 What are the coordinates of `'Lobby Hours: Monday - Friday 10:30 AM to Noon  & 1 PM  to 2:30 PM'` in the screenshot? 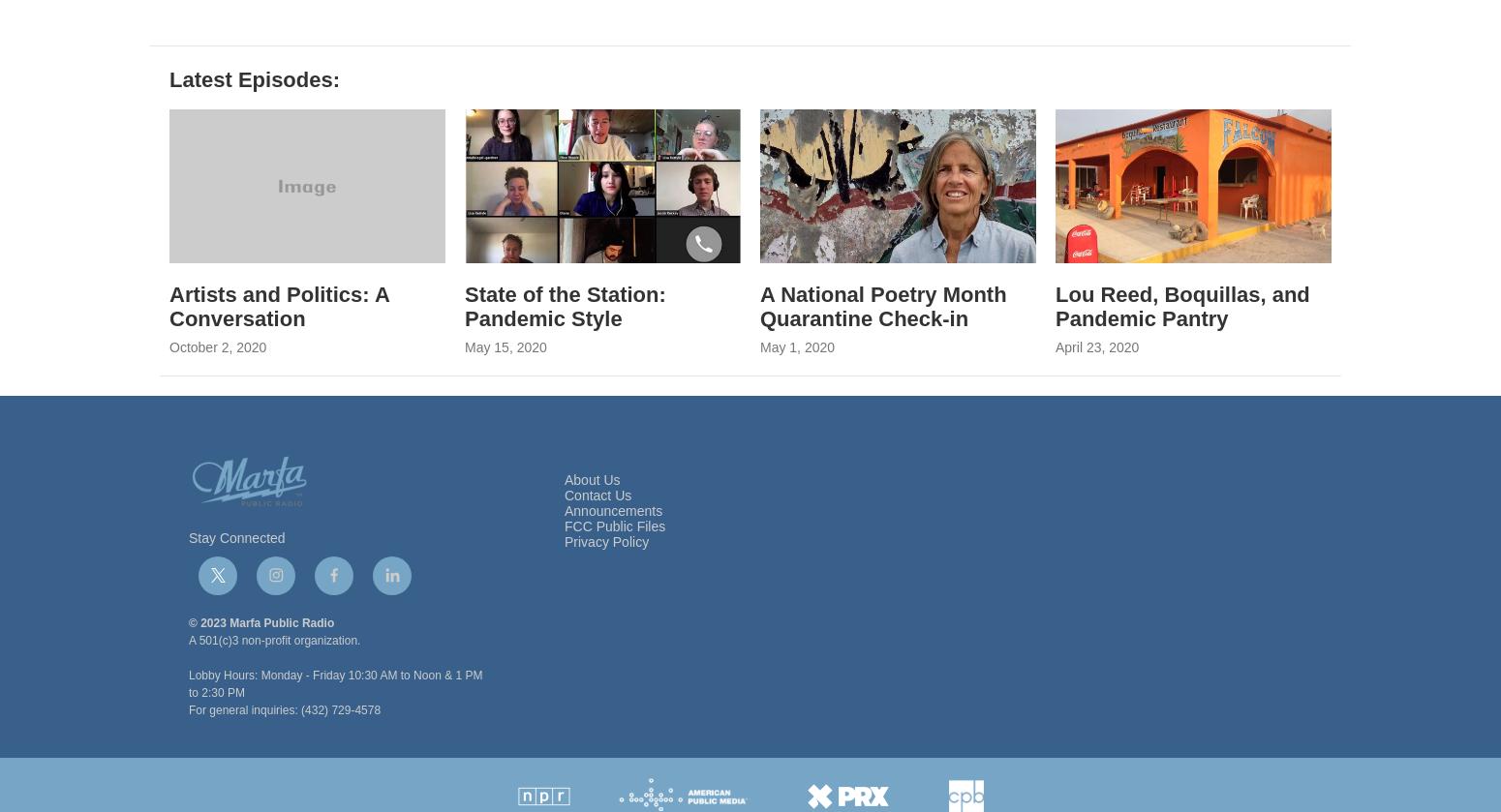 It's located at (334, 731).